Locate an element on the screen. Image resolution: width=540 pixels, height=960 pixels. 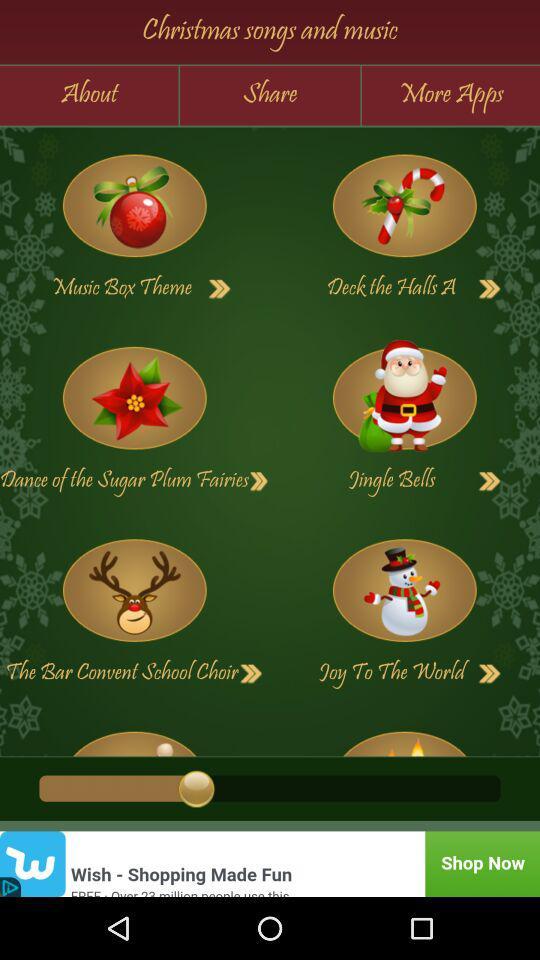
this song is located at coordinates (404, 736).